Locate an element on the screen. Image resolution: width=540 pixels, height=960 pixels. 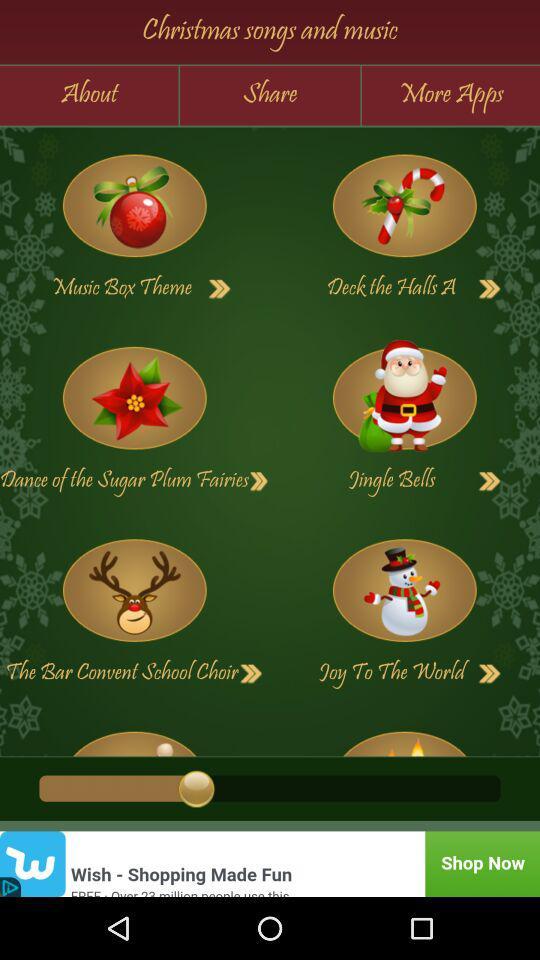
this song is located at coordinates (404, 736).